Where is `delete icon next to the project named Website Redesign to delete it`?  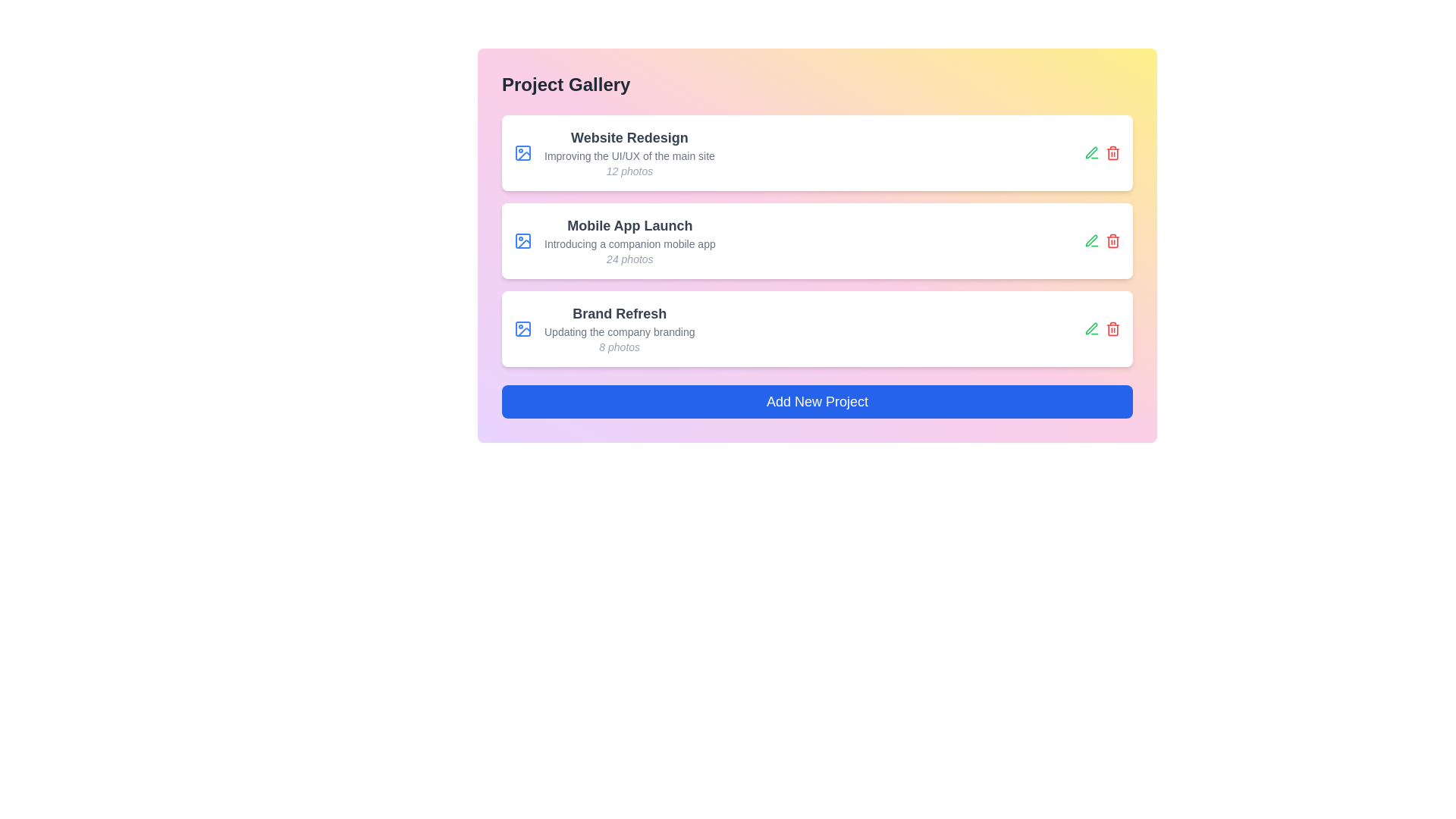
delete icon next to the project named Website Redesign to delete it is located at coordinates (1113, 152).